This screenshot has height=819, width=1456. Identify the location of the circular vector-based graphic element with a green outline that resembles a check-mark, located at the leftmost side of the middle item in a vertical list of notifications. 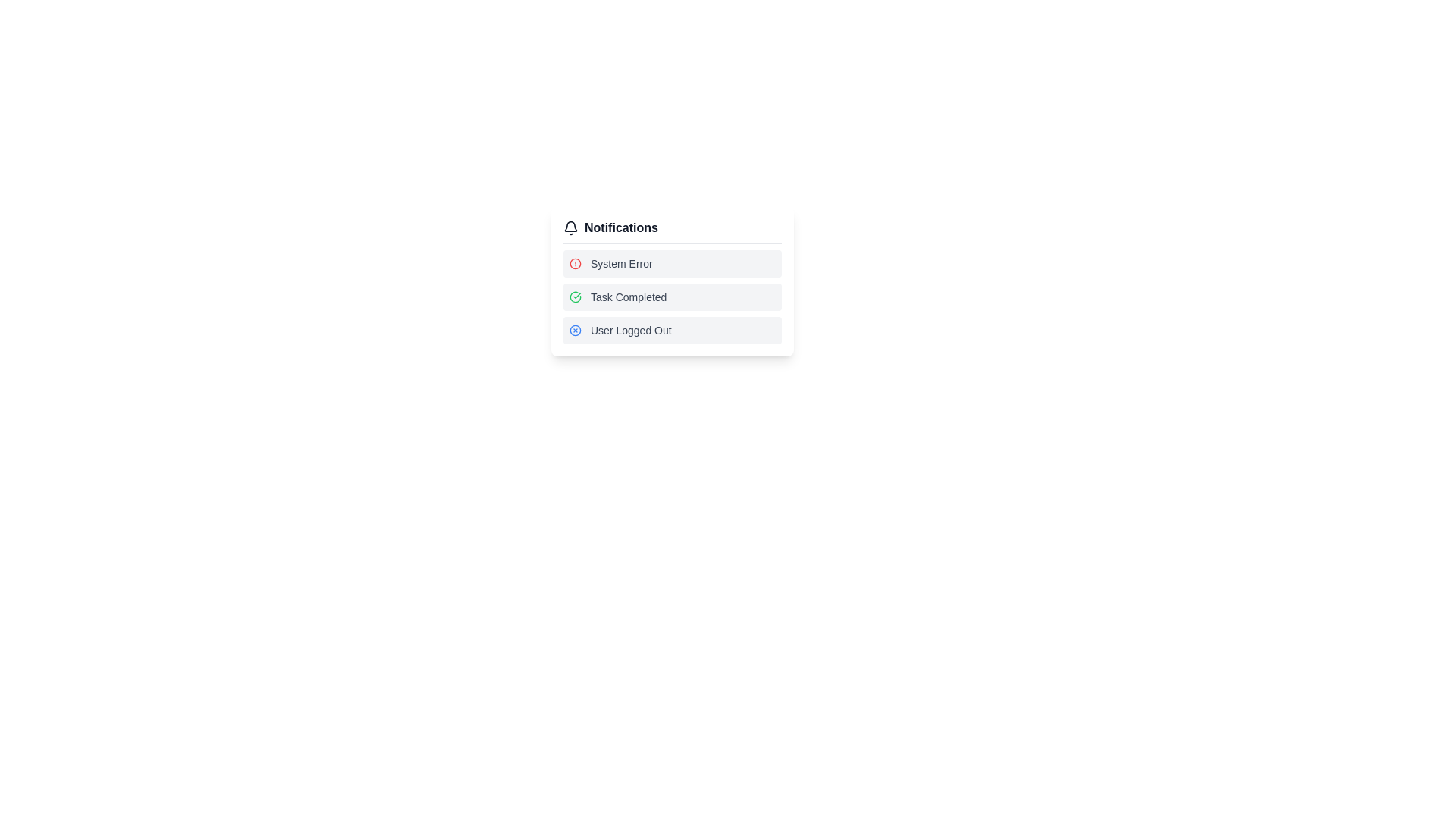
(574, 297).